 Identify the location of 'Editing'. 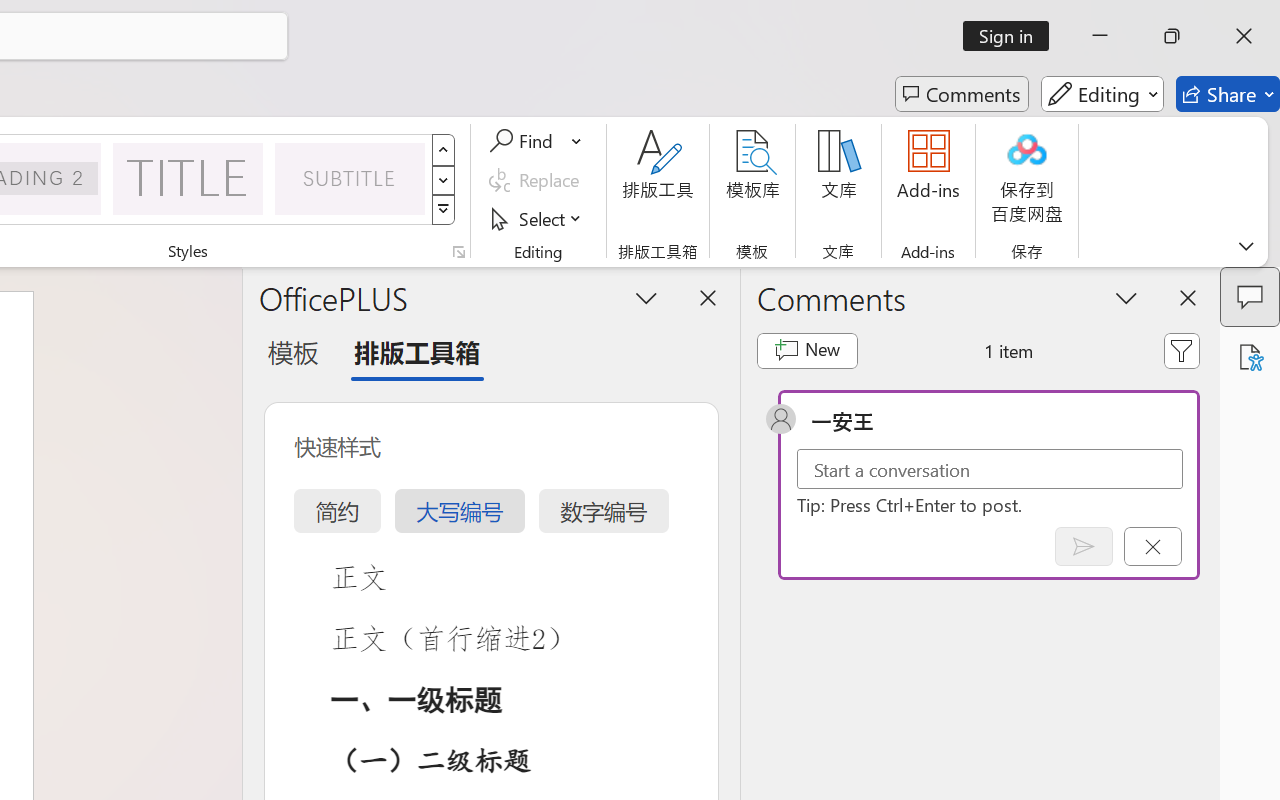
(1101, 94).